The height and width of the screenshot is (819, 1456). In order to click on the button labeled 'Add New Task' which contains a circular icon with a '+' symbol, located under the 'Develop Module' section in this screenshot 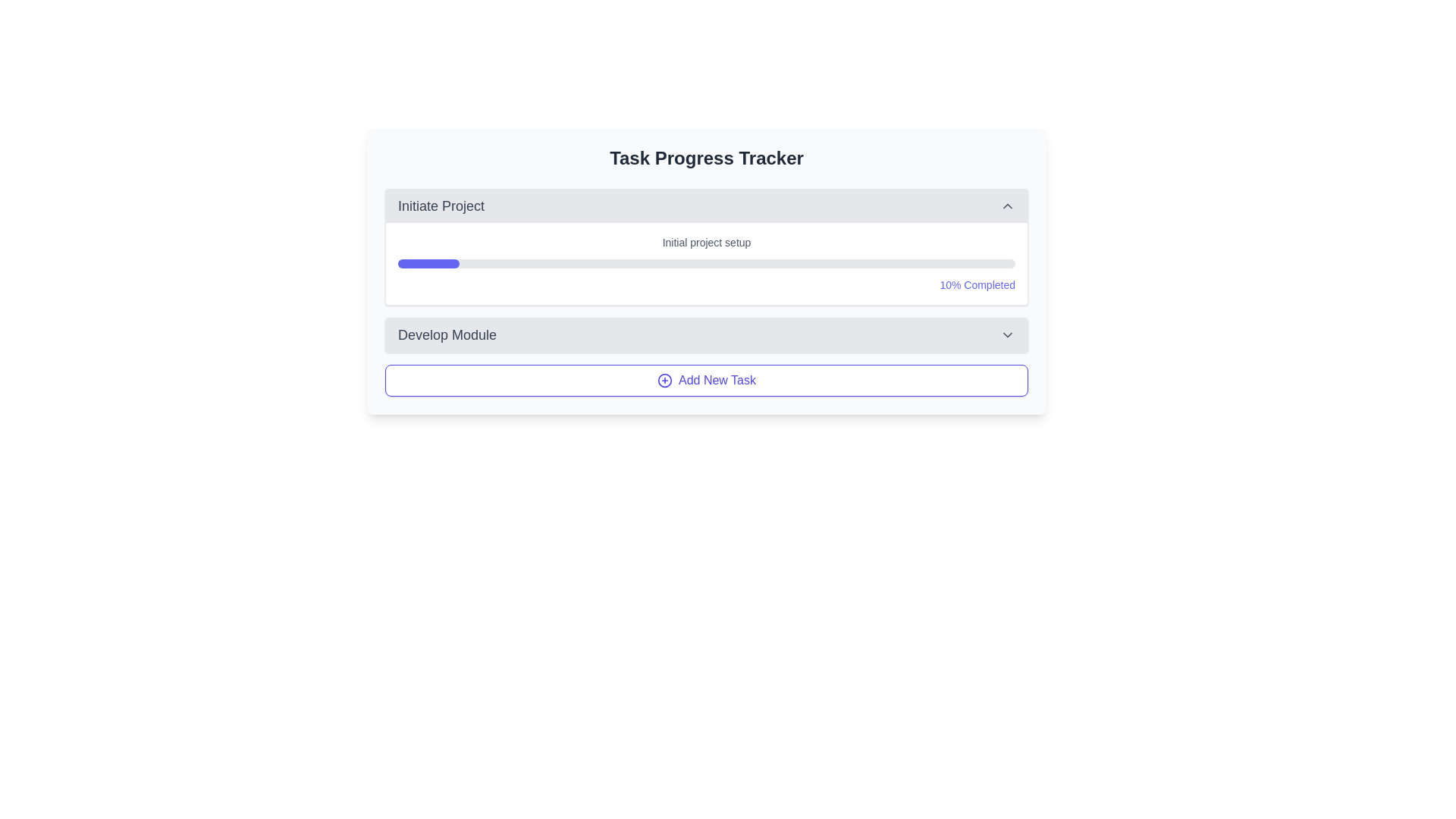, I will do `click(665, 379)`.